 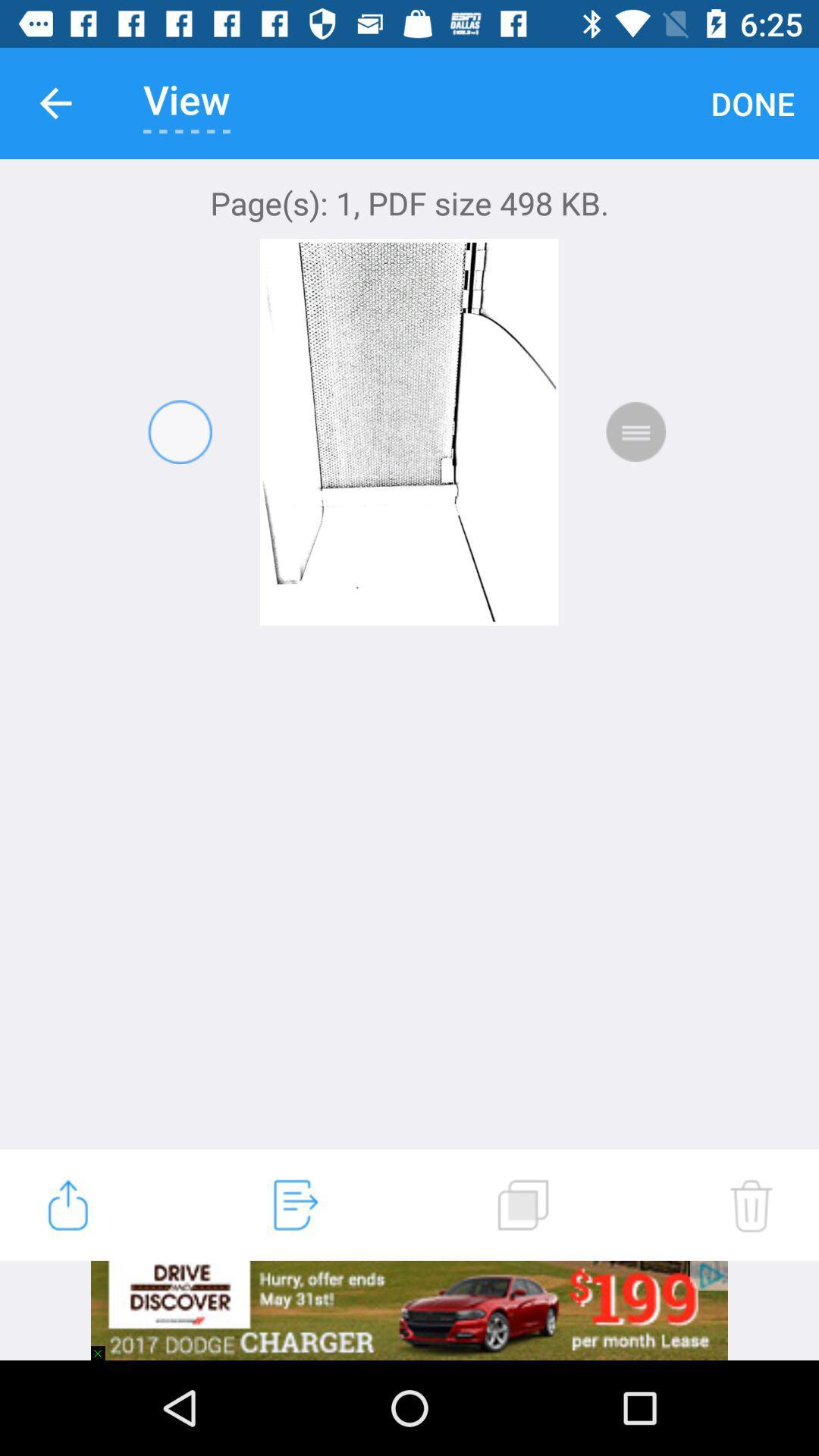 I want to click on the item next to the view, so click(x=752, y=102).